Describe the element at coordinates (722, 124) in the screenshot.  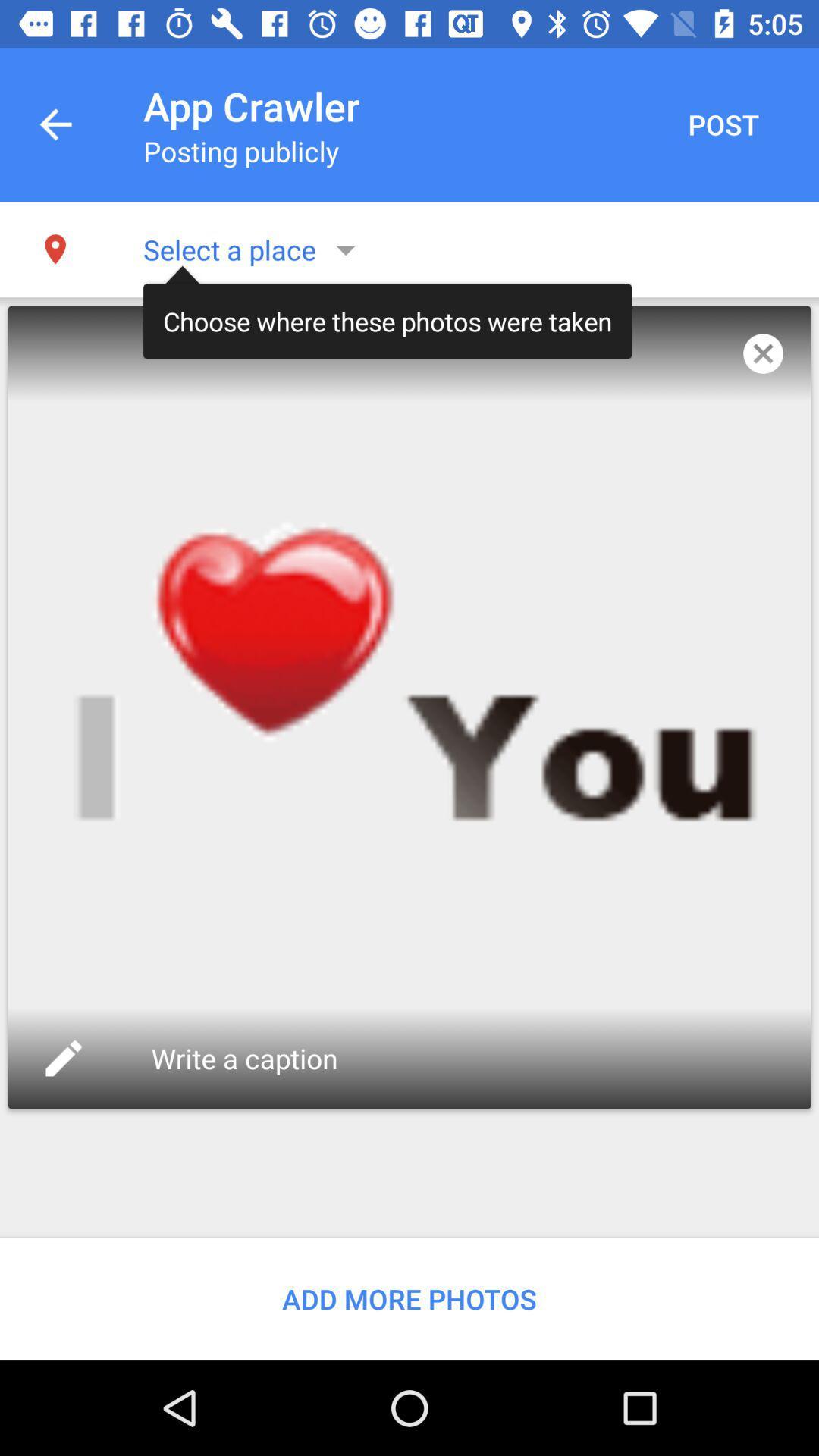
I see `the post` at that location.